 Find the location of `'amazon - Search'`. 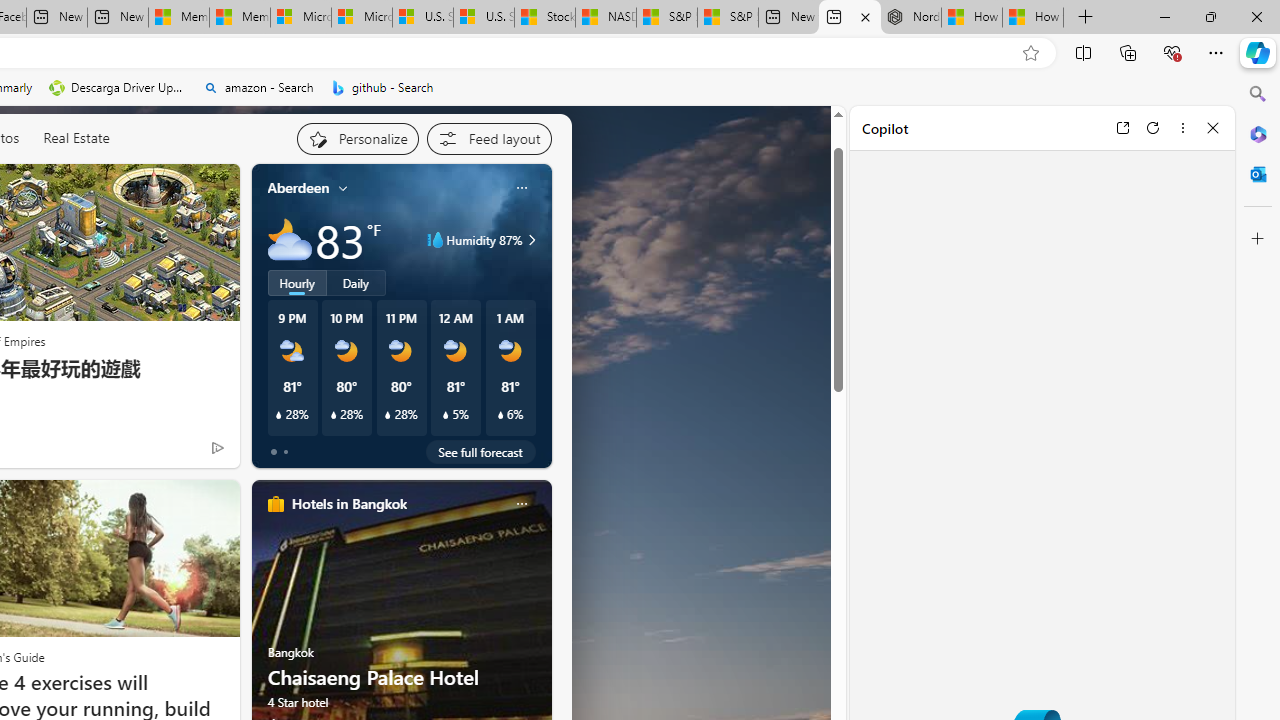

'amazon - Search' is located at coordinates (257, 87).